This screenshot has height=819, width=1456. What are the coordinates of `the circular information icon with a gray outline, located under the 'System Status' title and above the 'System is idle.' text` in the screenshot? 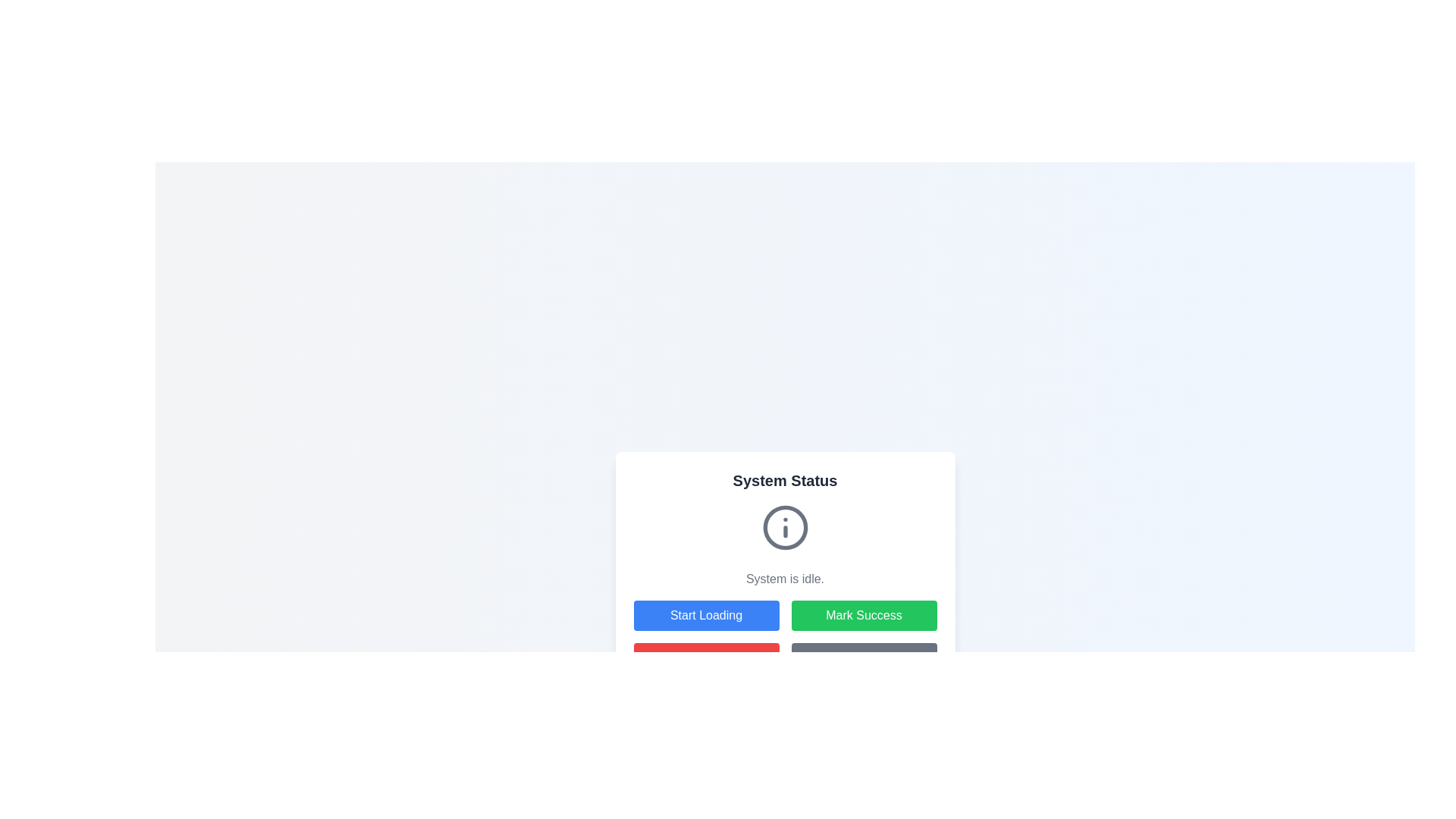 It's located at (785, 526).